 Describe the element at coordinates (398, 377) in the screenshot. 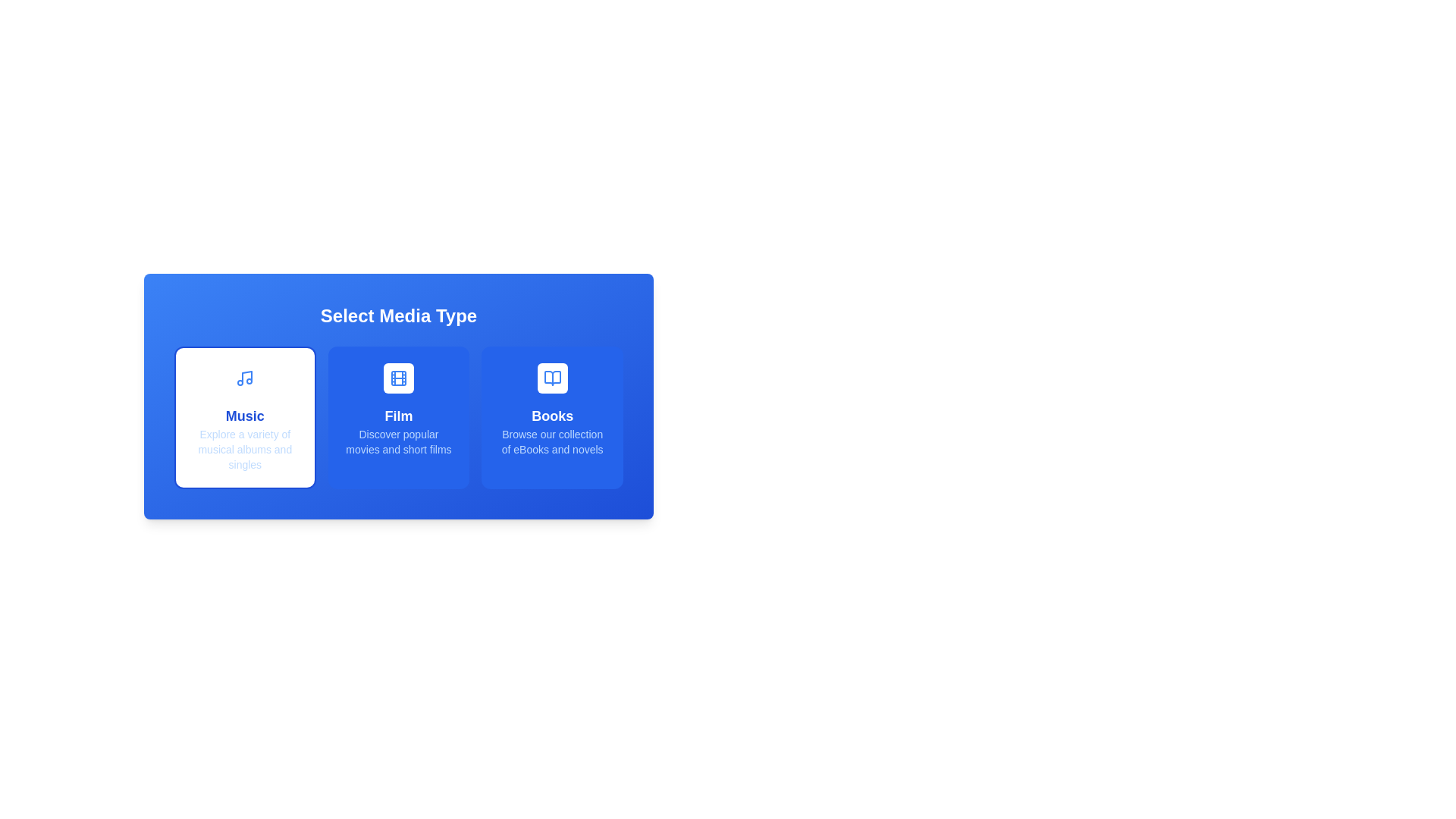

I see `the SVG Rectangle element that symbolizes the 'Film' media type, which is centered within the 'Film' button` at that location.